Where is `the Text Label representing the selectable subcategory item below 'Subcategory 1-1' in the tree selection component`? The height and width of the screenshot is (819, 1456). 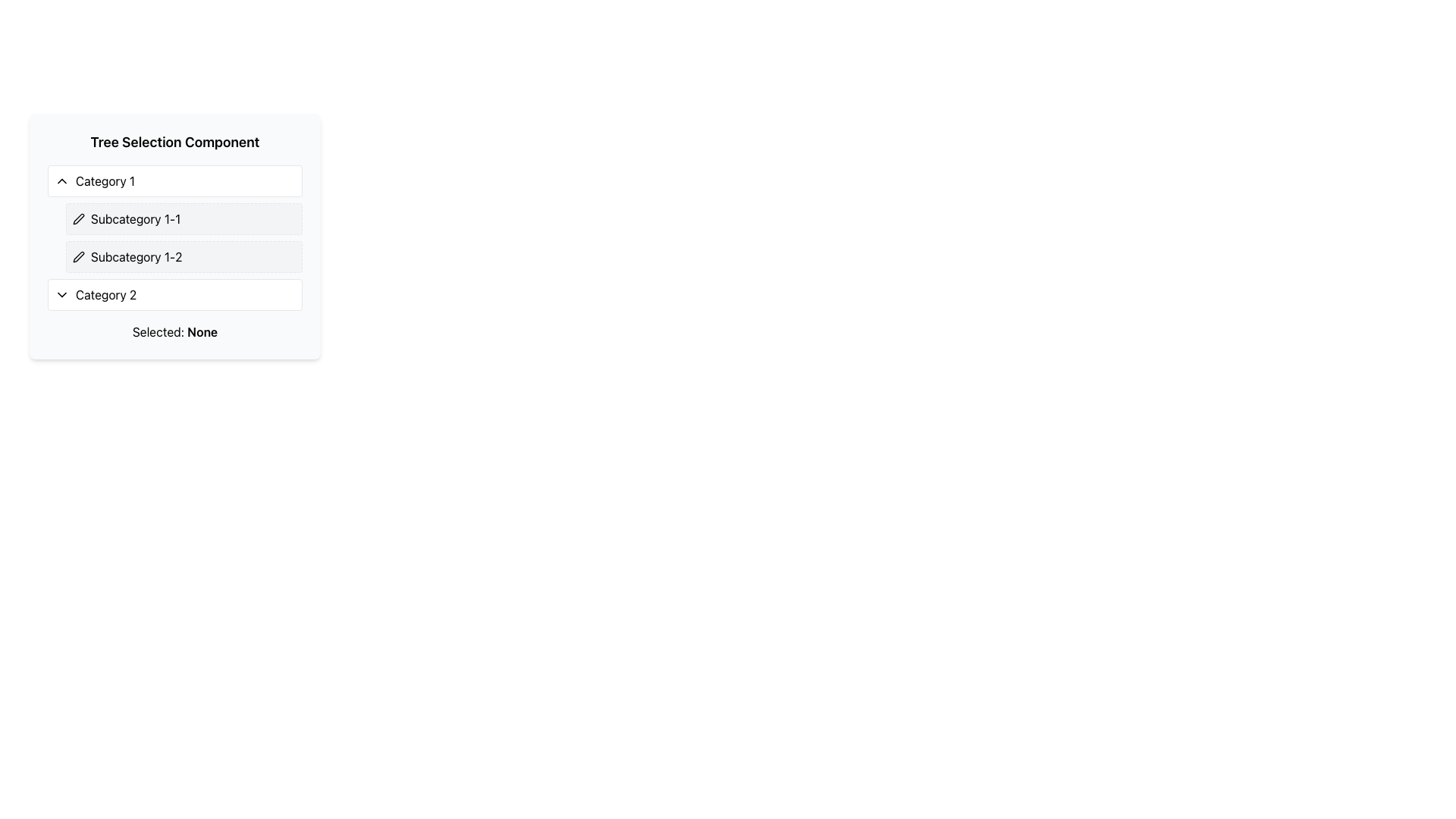 the Text Label representing the selectable subcategory item below 'Subcategory 1-1' in the tree selection component is located at coordinates (136, 256).